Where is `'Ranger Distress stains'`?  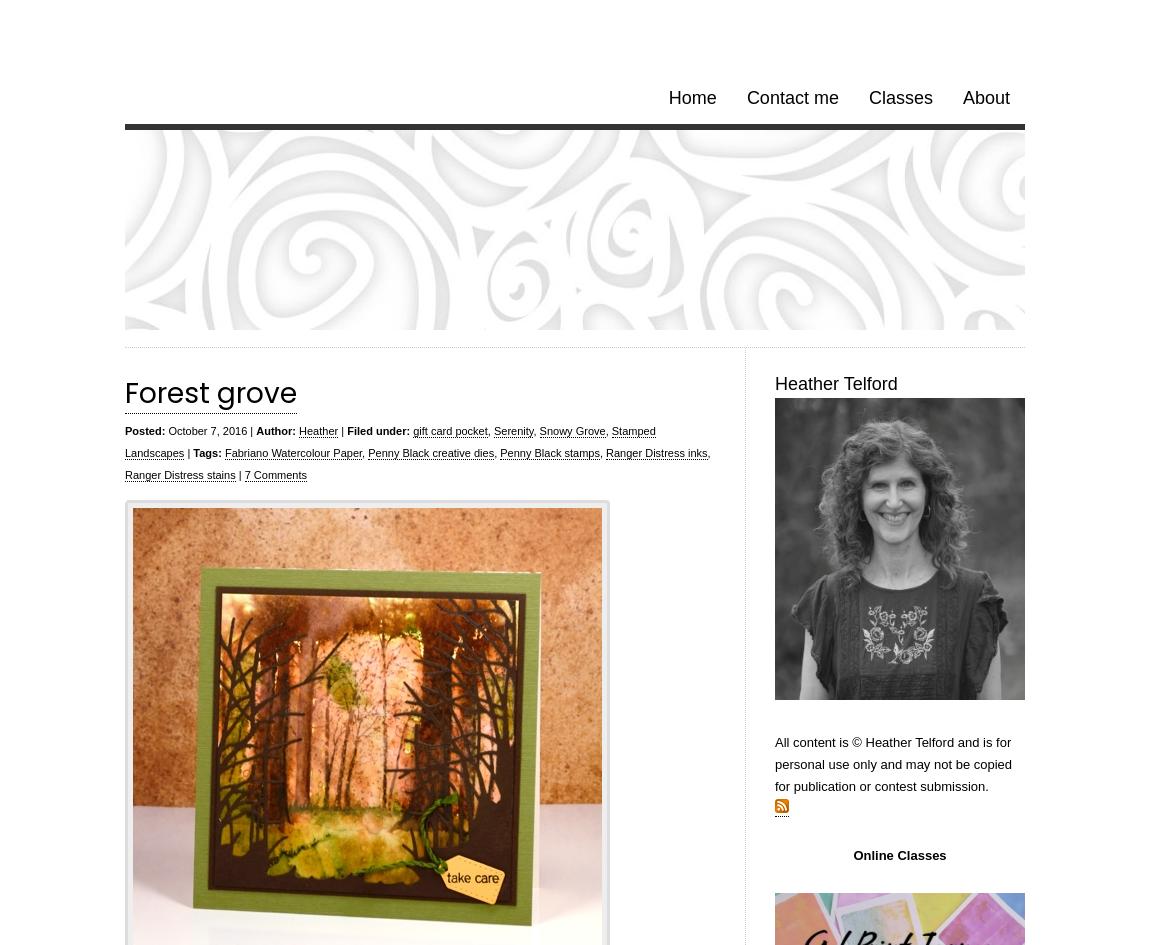 'Ranger Distress stains' is located at coordinates (178, 473).